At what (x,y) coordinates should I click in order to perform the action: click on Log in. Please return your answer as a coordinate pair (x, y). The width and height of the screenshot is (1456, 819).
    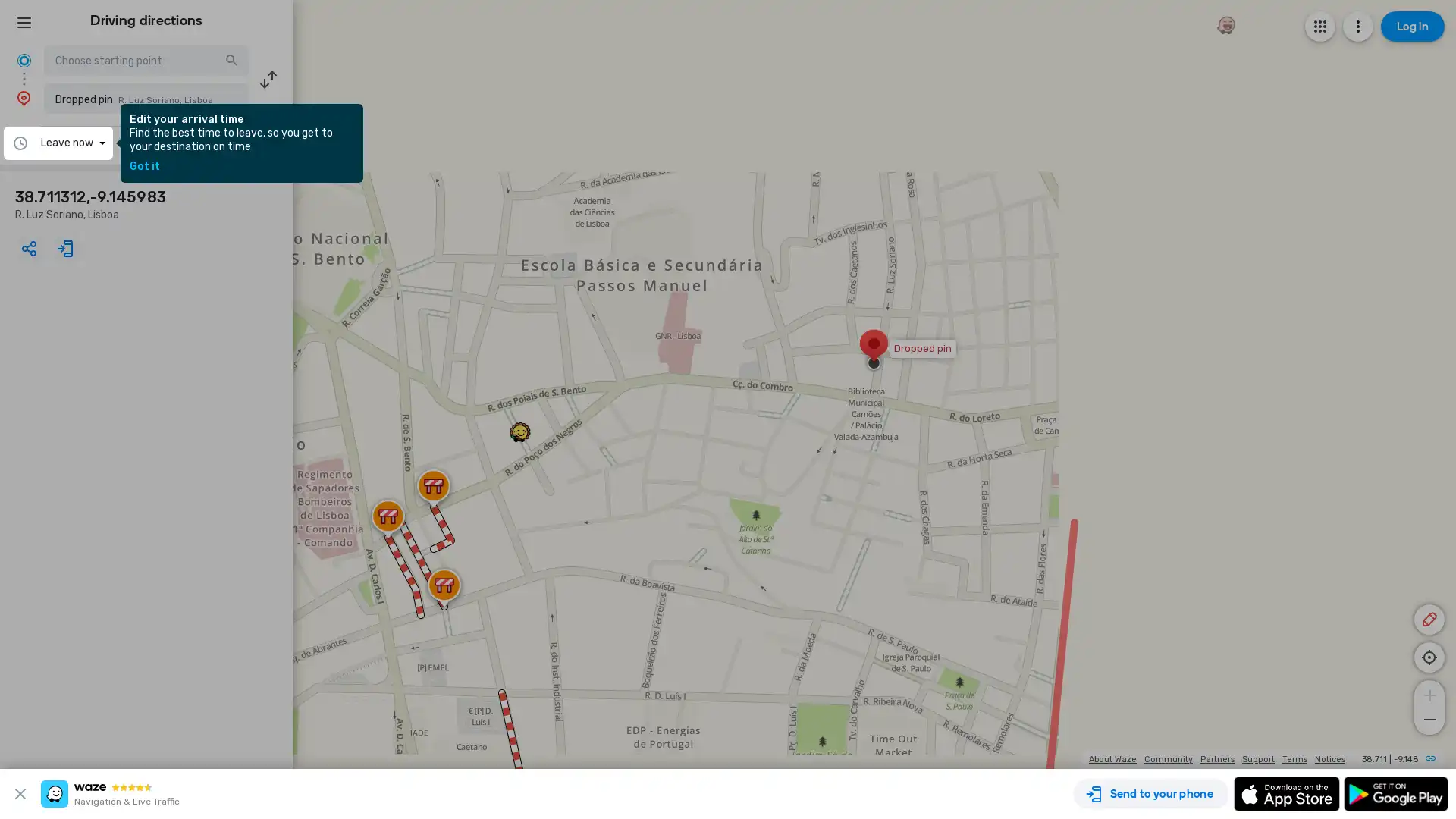
    Looking at the image, I should click on (1411, 26).